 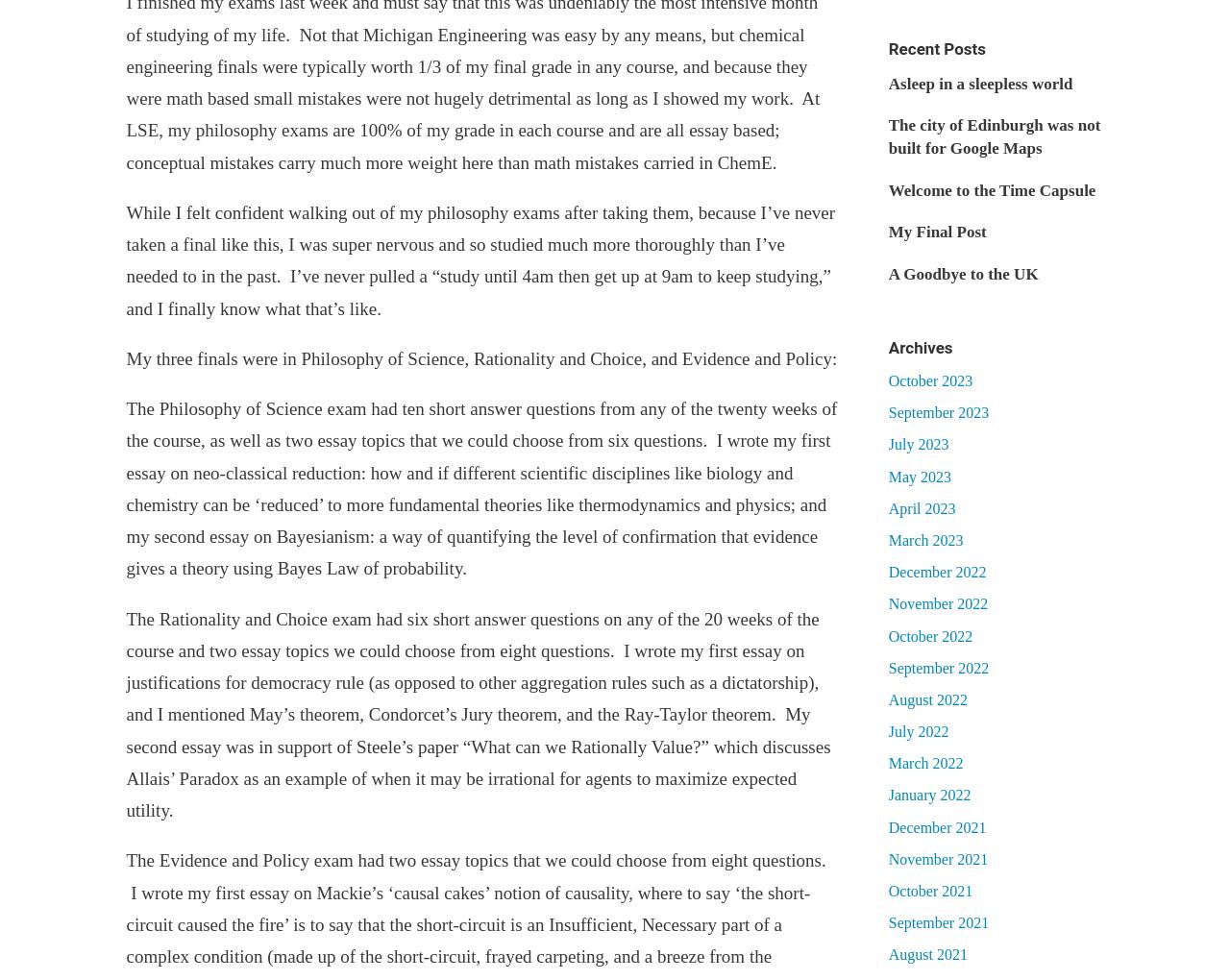 I want to click on 'March 2023', so click(x=924, y=539).